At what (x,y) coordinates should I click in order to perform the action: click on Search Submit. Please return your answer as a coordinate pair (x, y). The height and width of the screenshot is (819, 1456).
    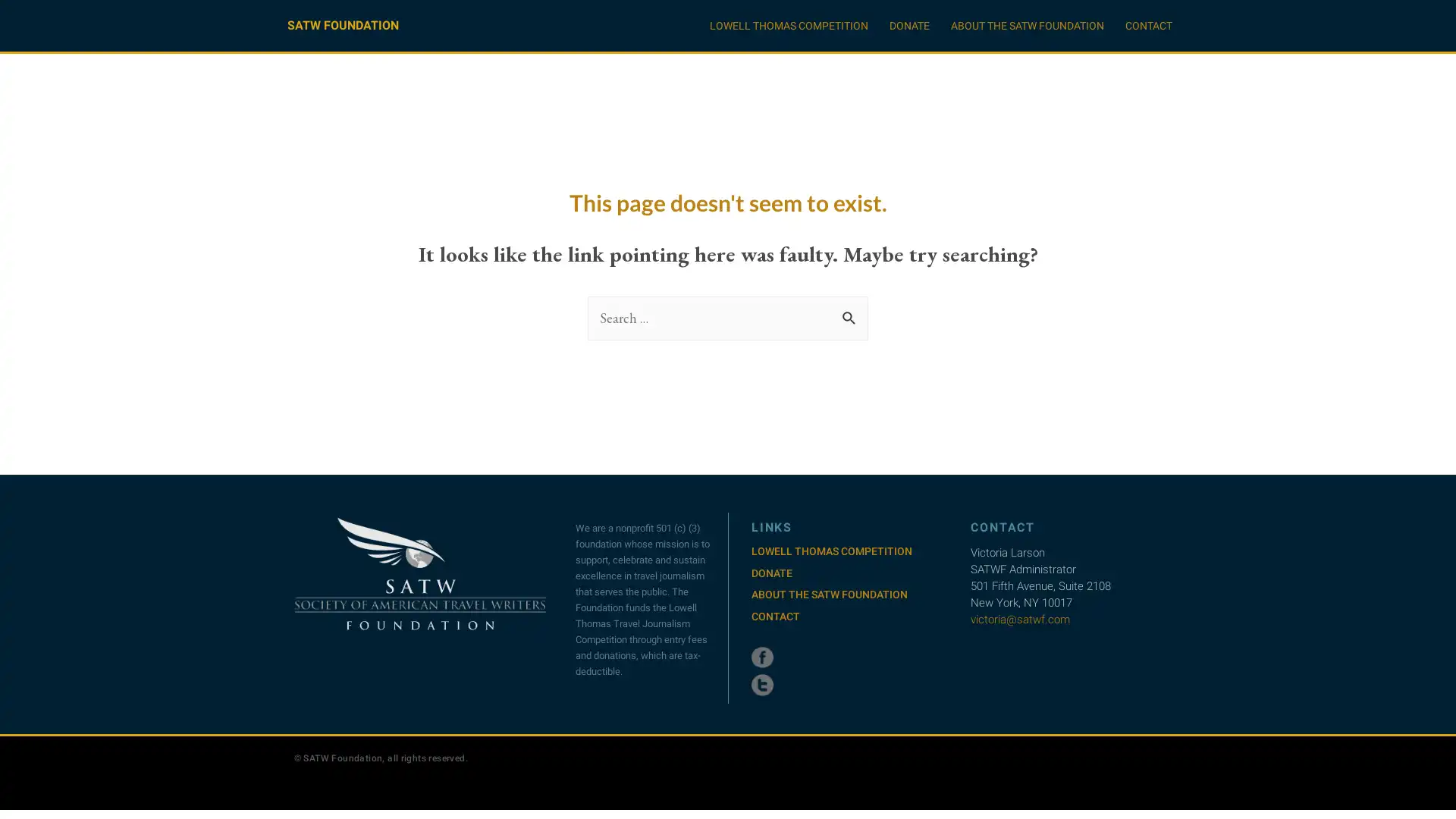
    Looking at the image, I should click on (848, 317).